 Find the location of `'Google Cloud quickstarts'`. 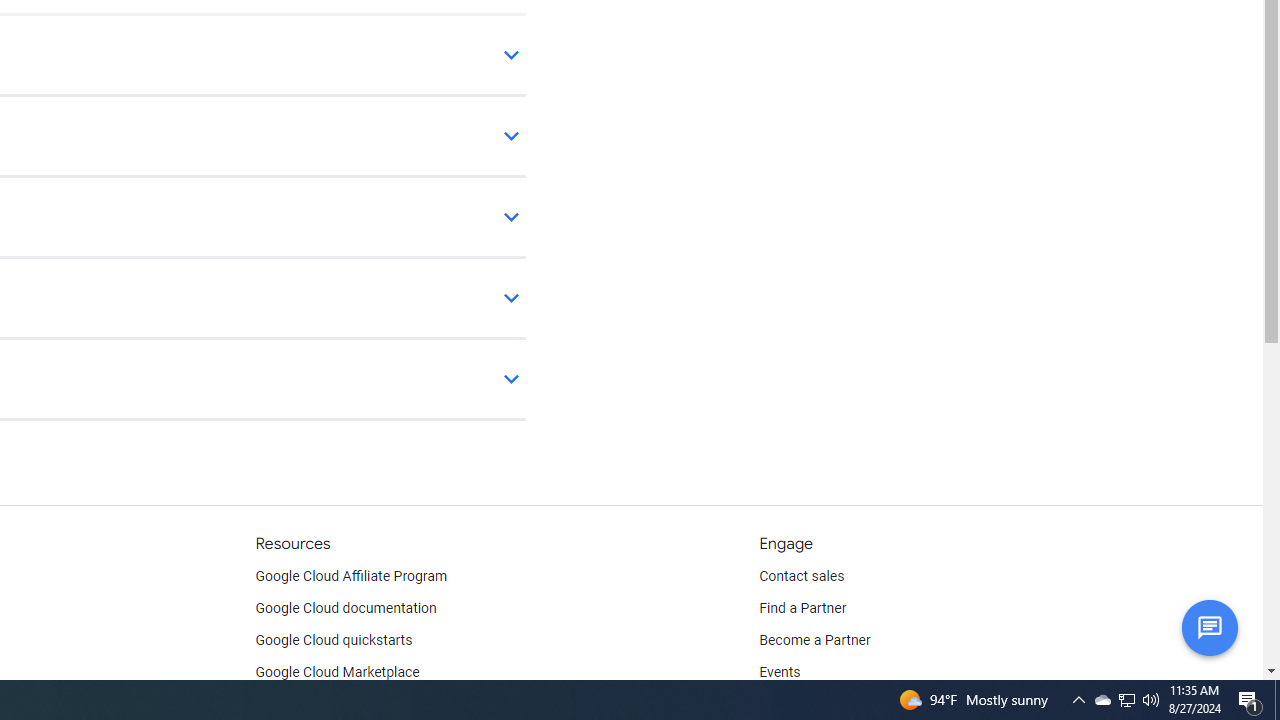

'Google Cloud quickstarts' is located at coordinates (334, 640).